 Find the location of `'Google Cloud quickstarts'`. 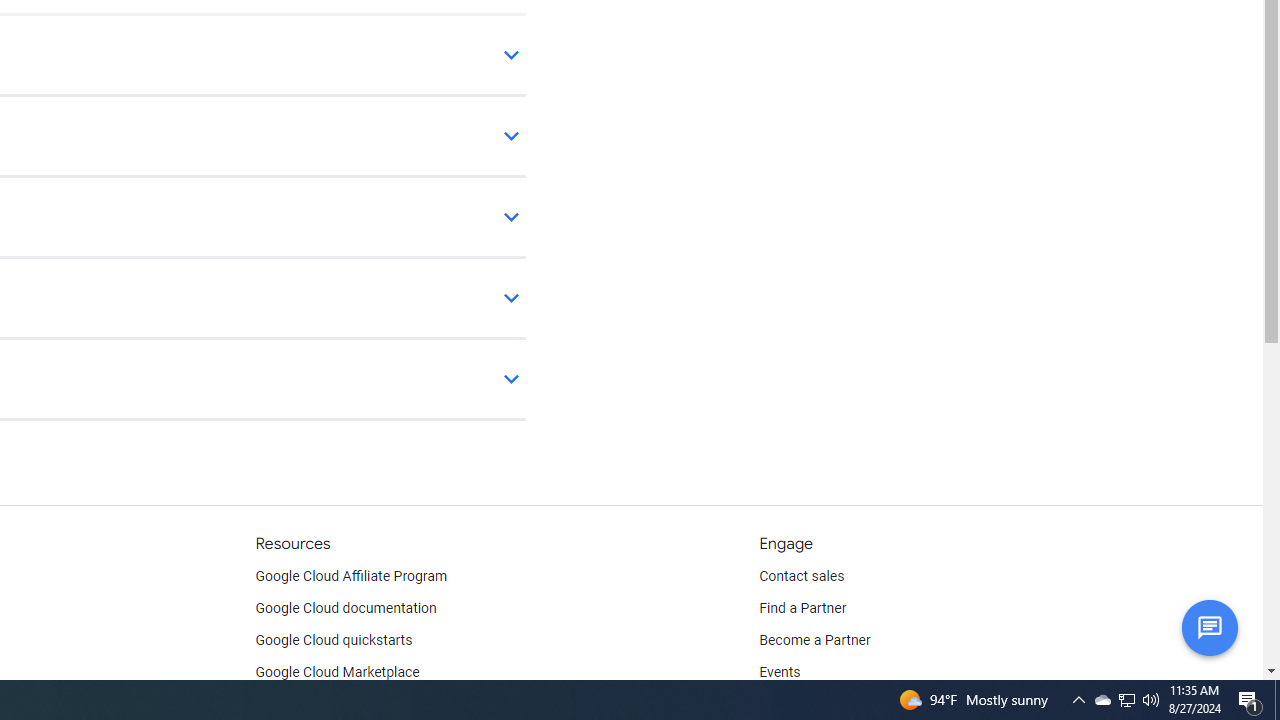

'Google Cloud quickstarts' is located at coordinates (334, 640).